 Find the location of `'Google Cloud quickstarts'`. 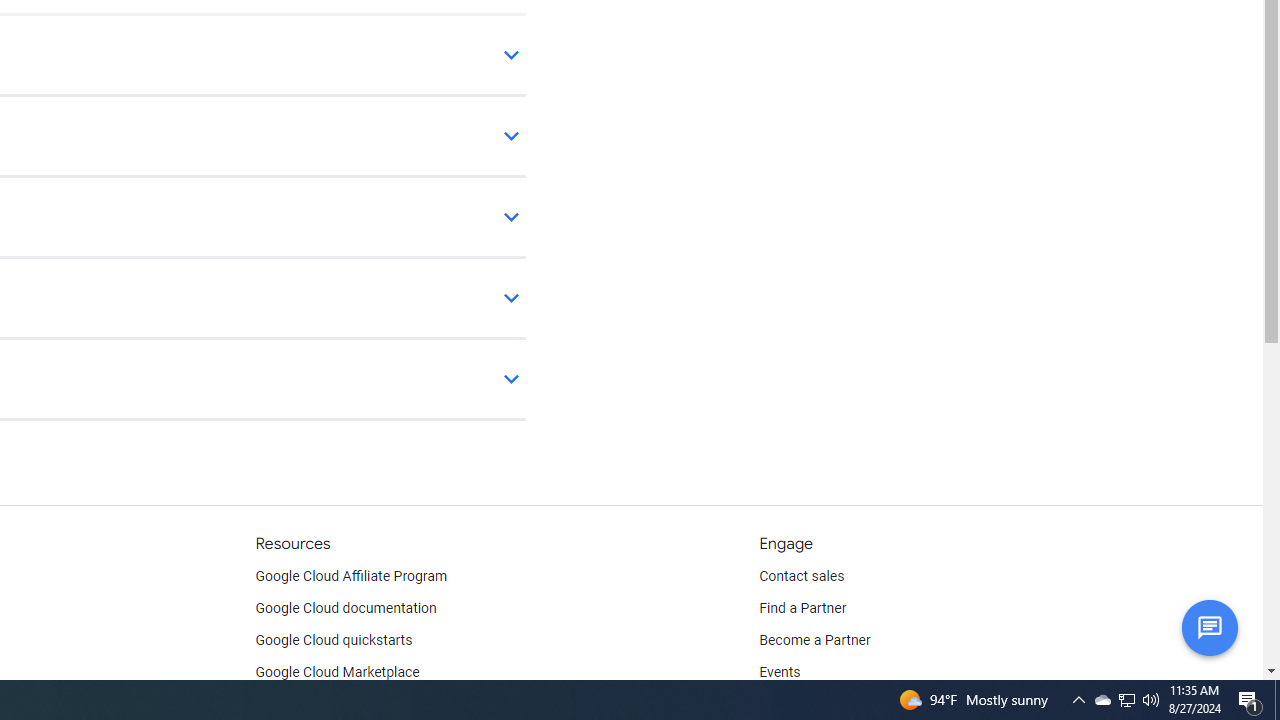

'Google Cloud quickstarts' is located at coordinates (334, 640).